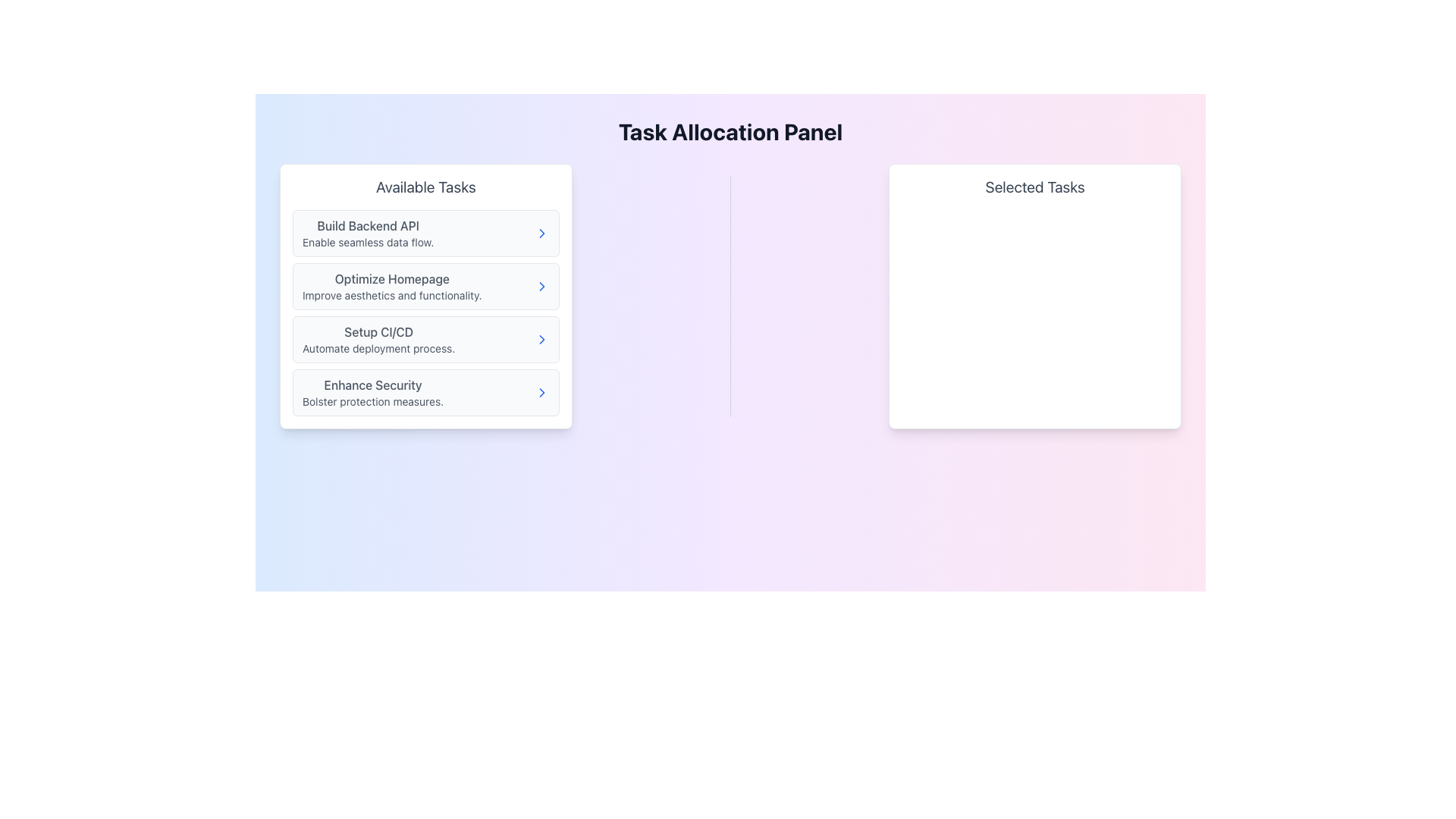  Describe the element at coordinates (368, 242) in the screenshot. I see `the text label that provides supplementary information for the 'Build Backend API' task located in the first row of the task list under the 'Available Tasks' section` at that location.